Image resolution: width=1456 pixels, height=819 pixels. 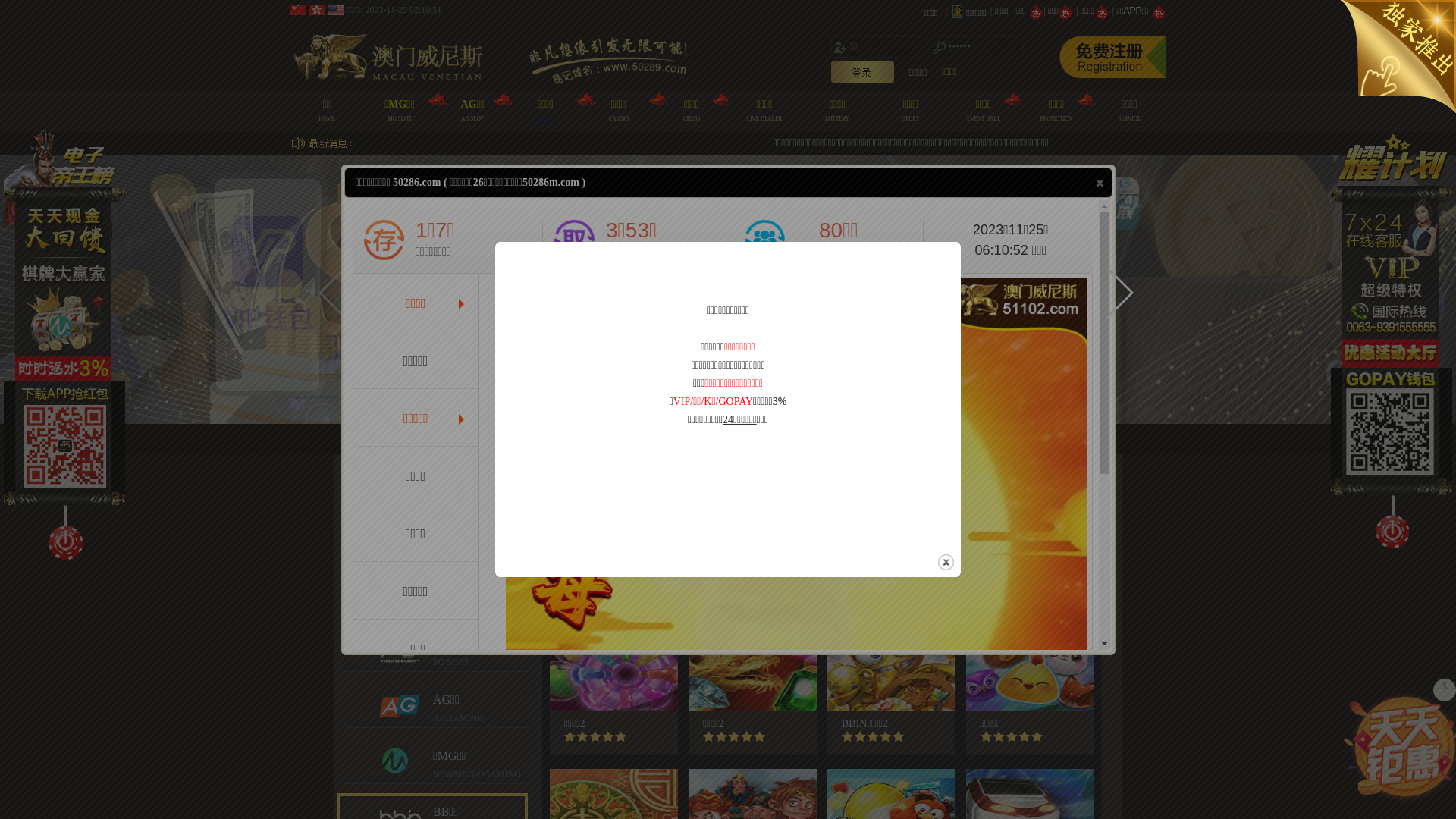 I want to click on 'close', so click(x=945, y=562).